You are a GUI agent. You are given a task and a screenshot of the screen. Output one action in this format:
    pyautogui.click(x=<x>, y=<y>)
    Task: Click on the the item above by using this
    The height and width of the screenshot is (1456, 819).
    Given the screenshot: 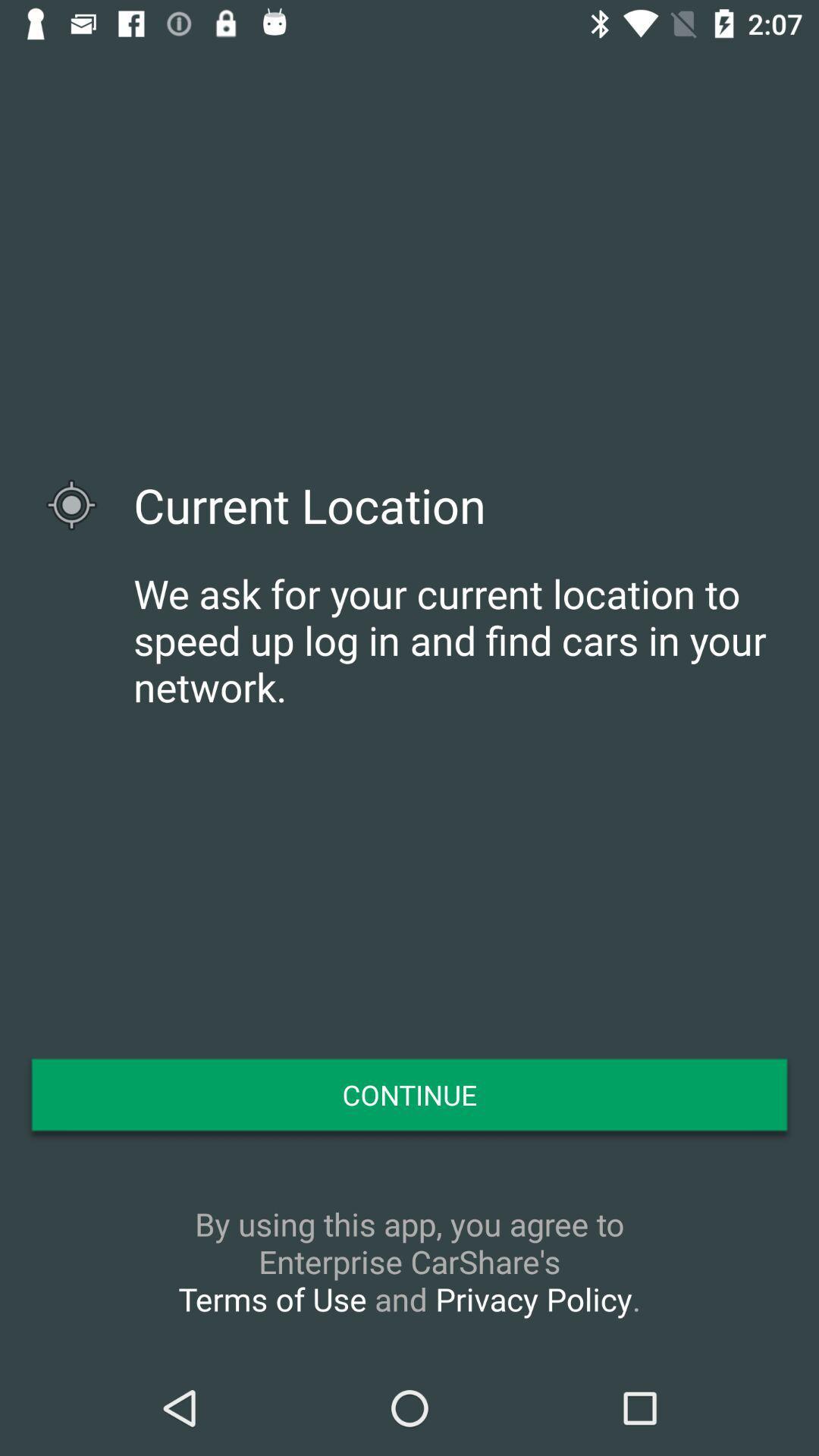 What is the action you would take?
    pyautogui.click(x=409, y=1094)
    